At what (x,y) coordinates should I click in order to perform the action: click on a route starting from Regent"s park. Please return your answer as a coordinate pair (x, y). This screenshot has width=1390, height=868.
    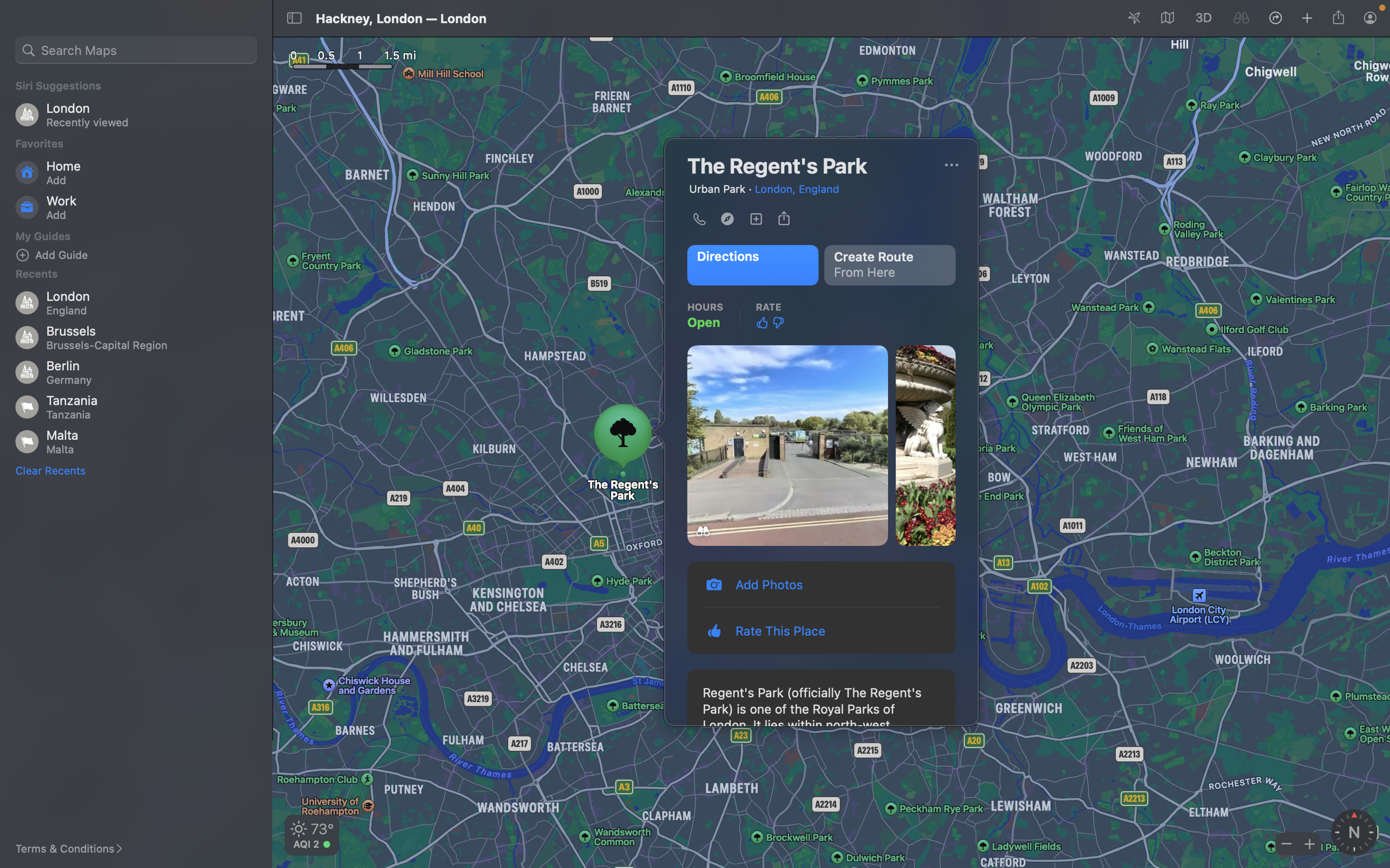
    Looking at the image, I should click on (891, 265).